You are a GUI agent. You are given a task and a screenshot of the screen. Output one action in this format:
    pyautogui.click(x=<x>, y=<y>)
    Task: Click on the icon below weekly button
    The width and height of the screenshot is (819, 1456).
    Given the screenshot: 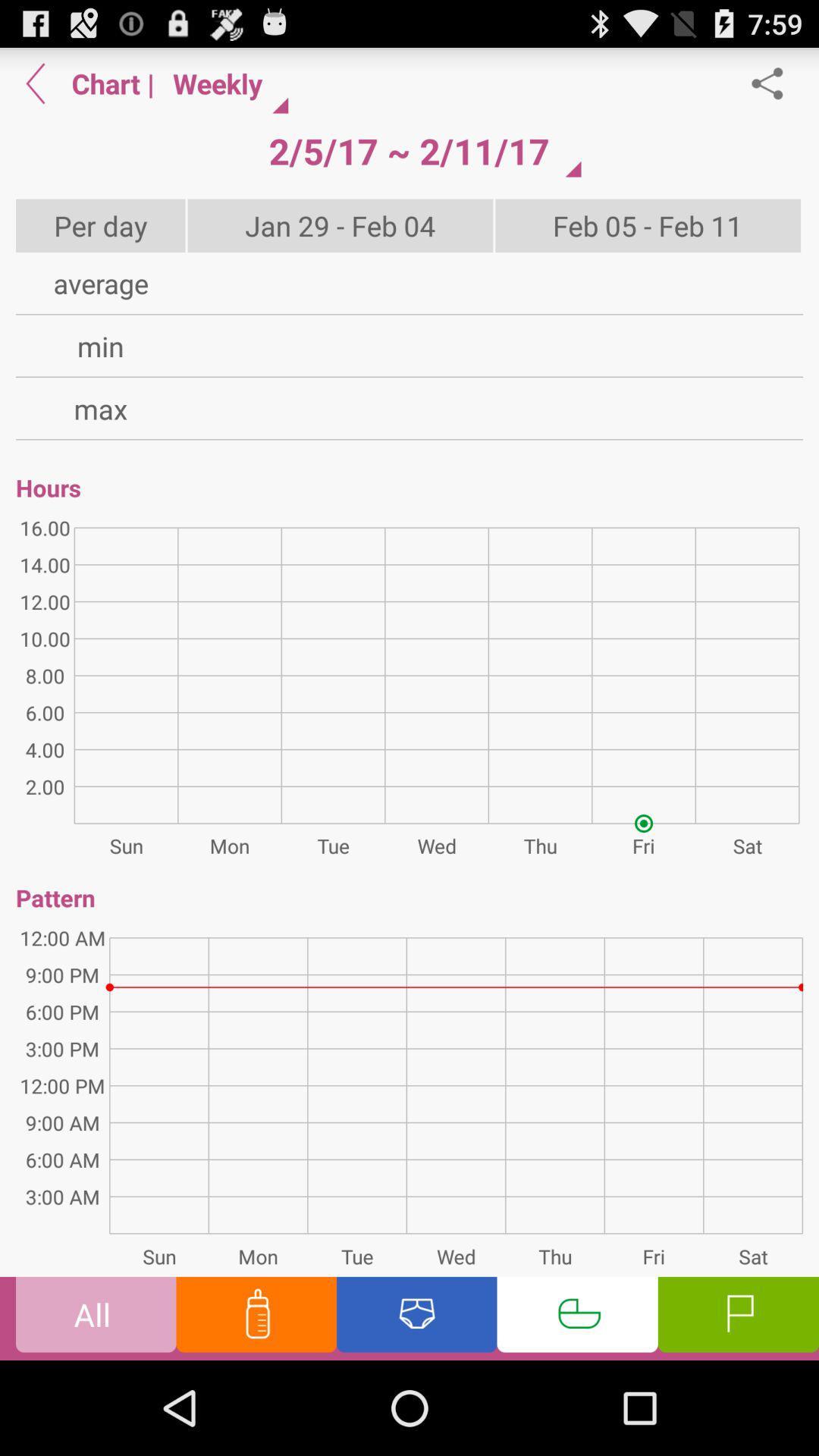 What is the action you would take?
    pyautogui.click(x=408, y=151)
    